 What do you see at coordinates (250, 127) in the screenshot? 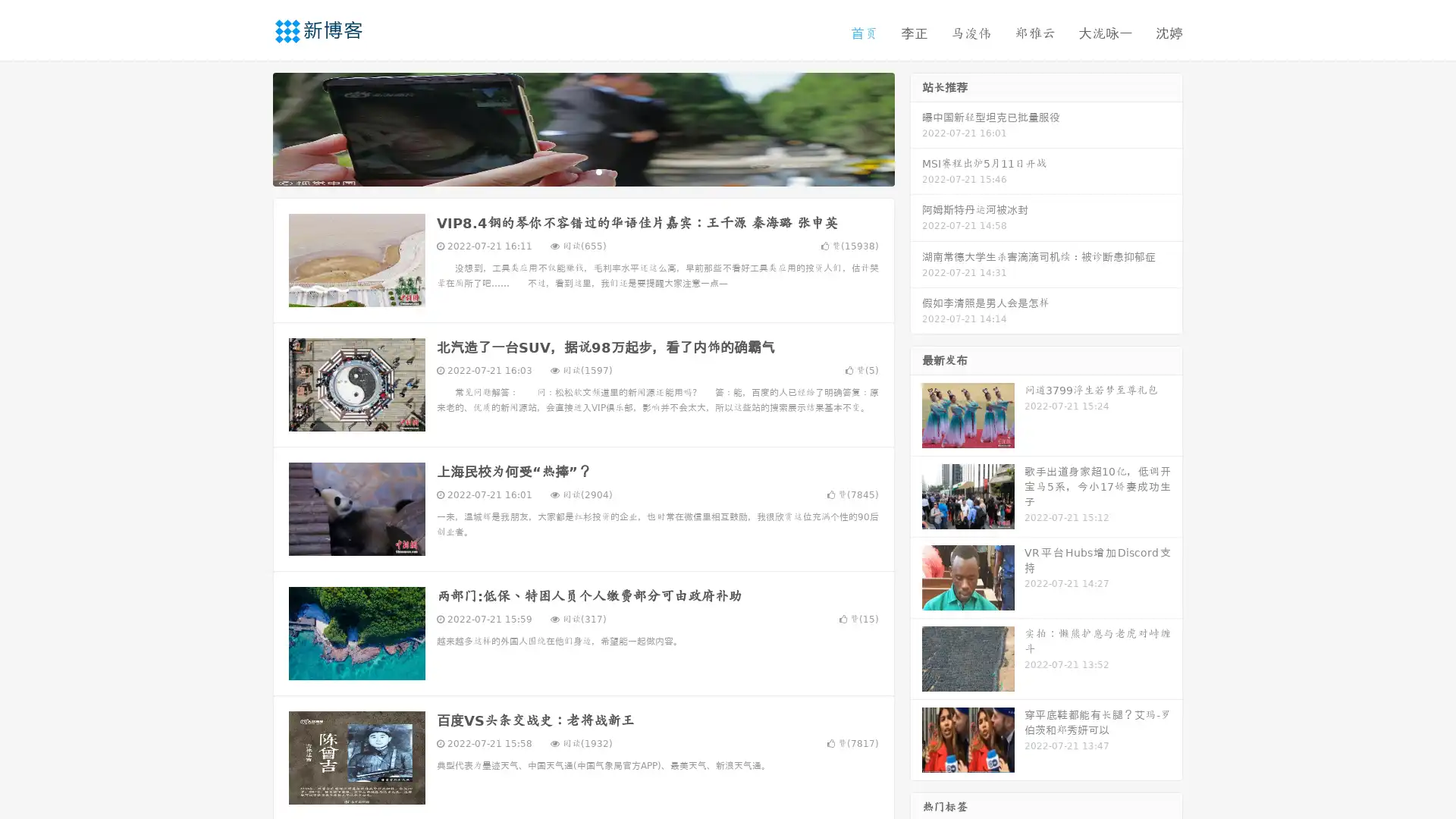
I see `Previous slide` at bounding box center [250, 127].